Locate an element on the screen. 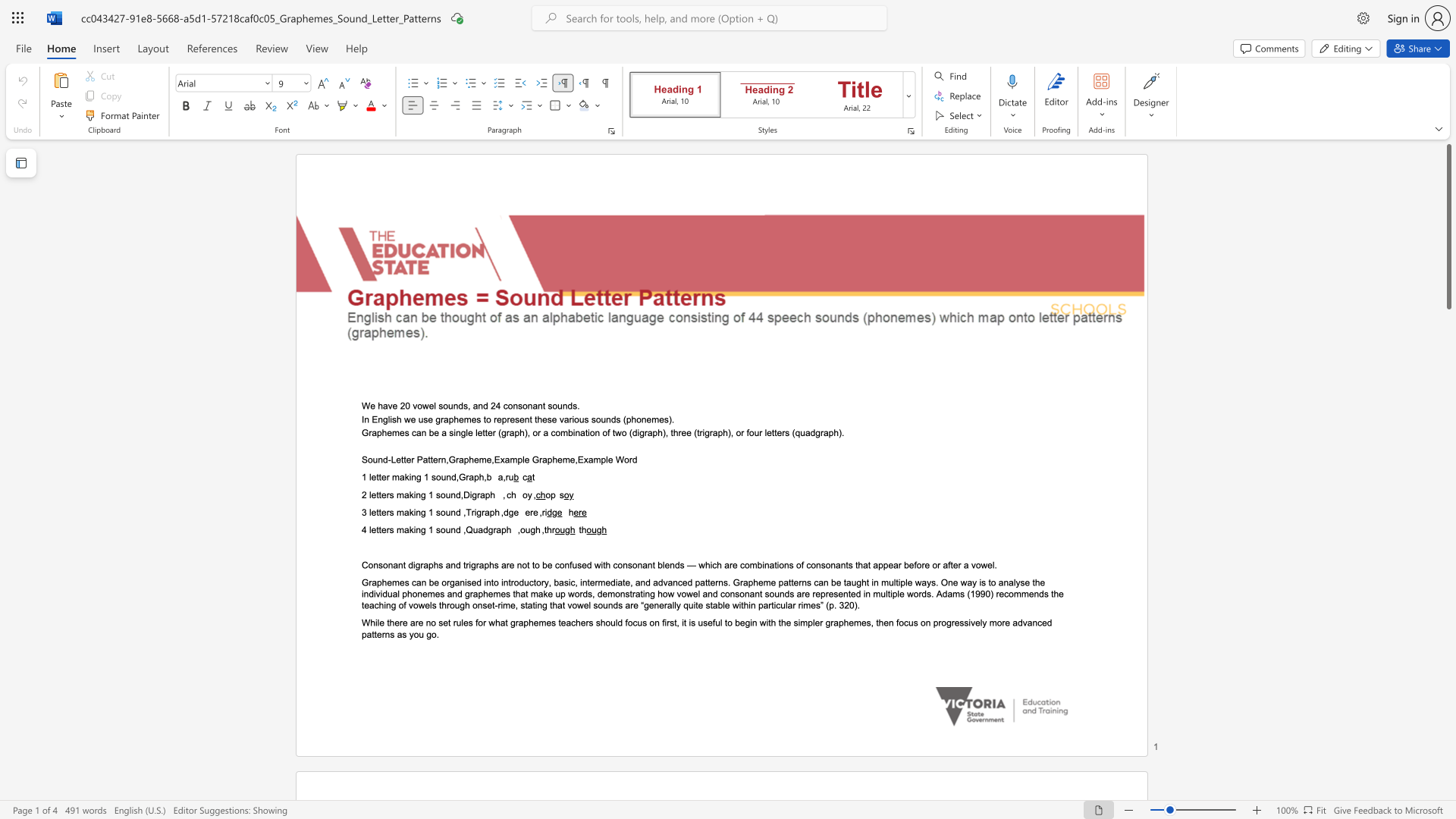  the page's right scrollbar for downward movement is located at coordinates (1448, 681).